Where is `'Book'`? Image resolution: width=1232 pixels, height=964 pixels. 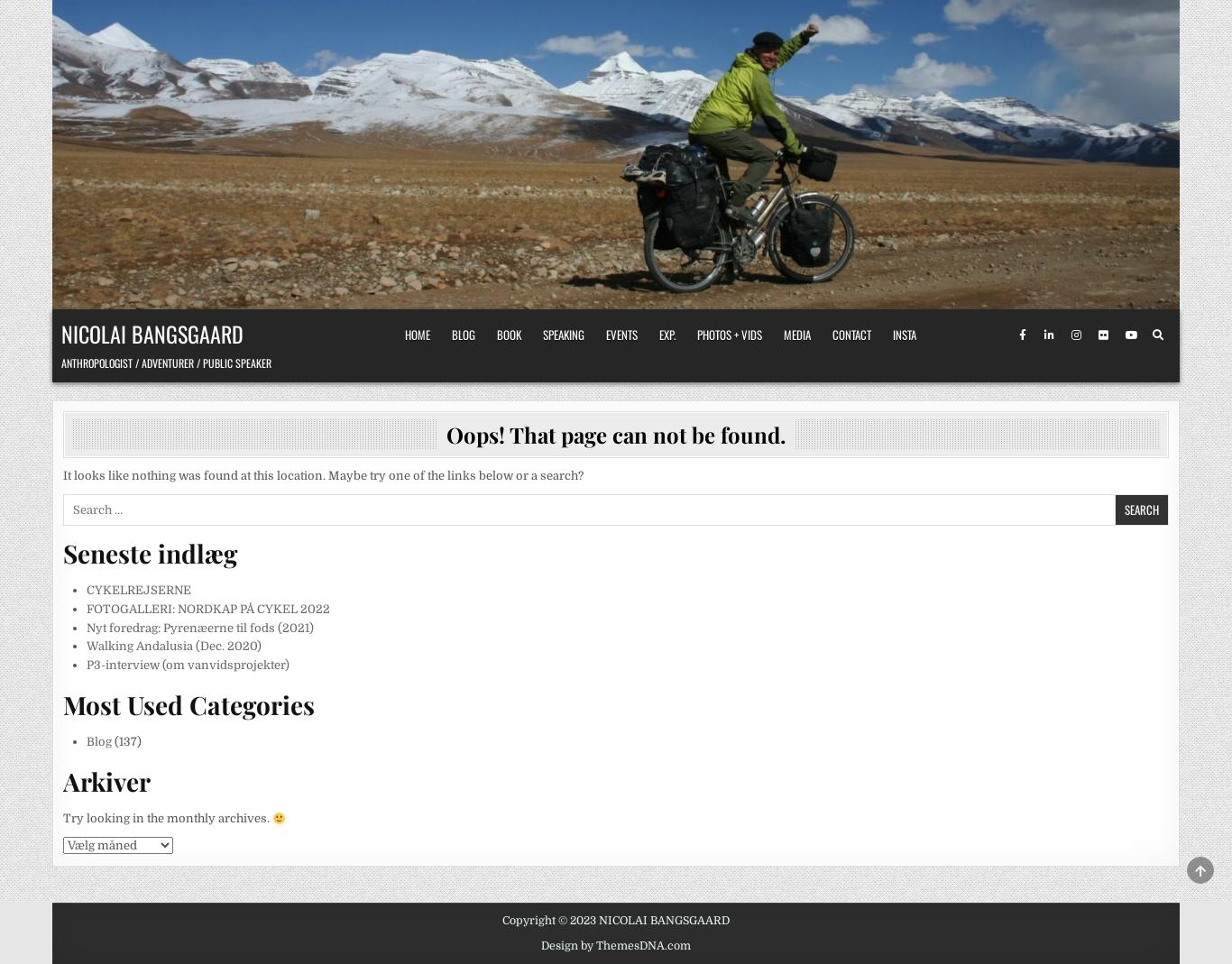
'Book' is located at coordinates (508, 335).